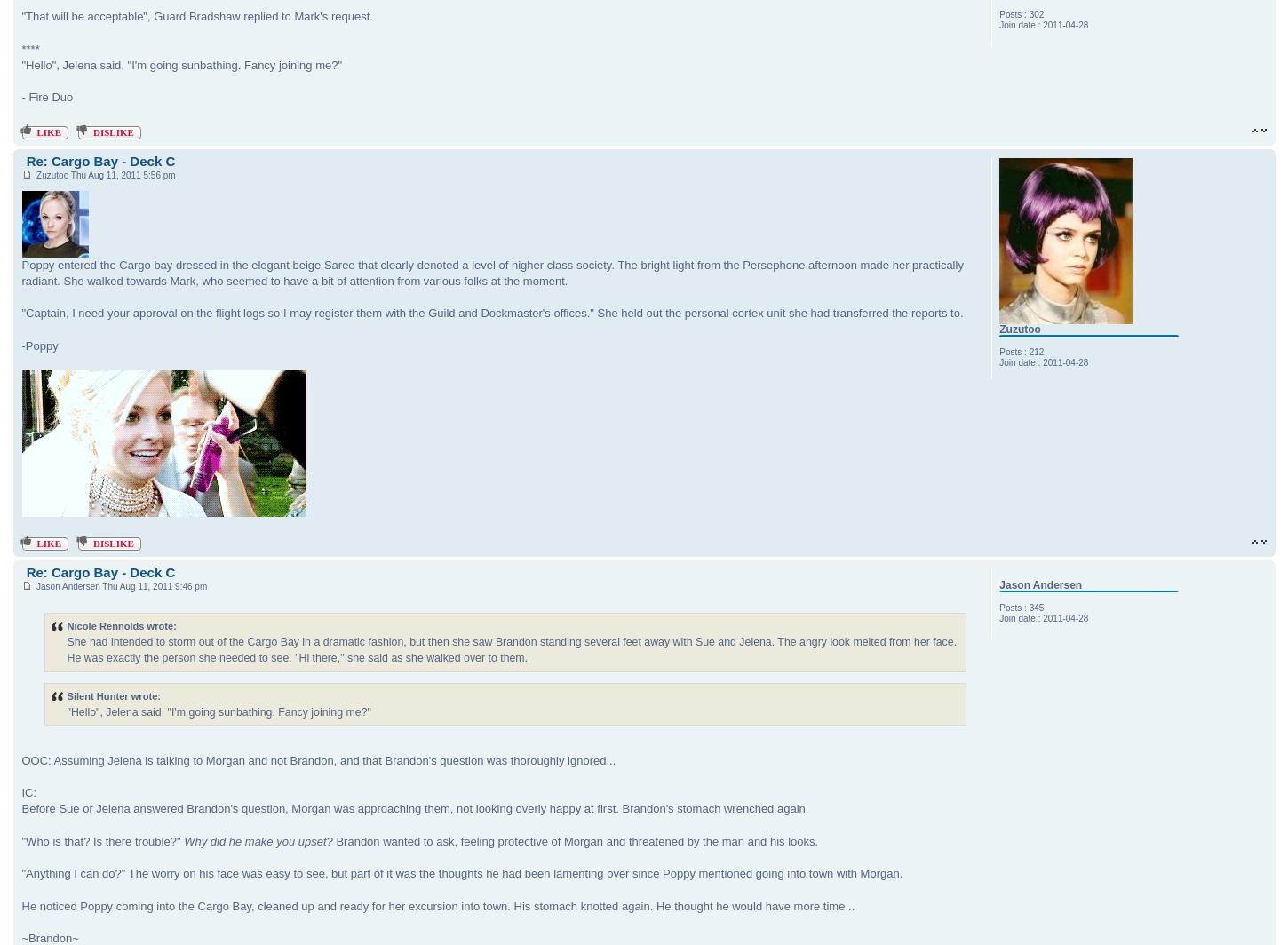 The image size is (1288, 945). Describe the element at coordinates (195, 16) in the screenshot. I see `'"That will be acceptable", Guard Bradshaw replied to Mark's request.'` at that location.